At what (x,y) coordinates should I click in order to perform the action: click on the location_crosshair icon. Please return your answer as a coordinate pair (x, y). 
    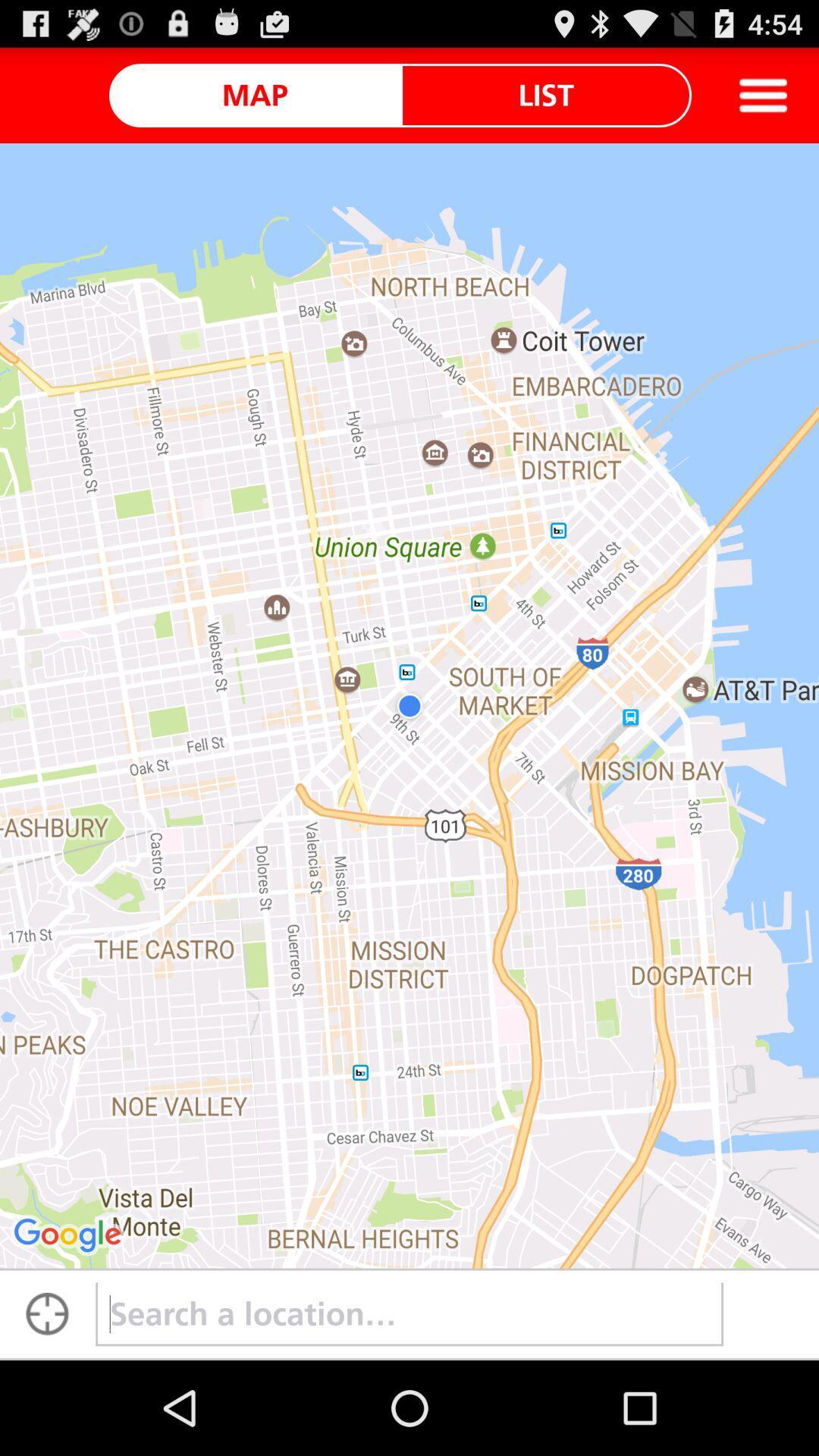
    Looking at the image, I should click on (46, 1405).